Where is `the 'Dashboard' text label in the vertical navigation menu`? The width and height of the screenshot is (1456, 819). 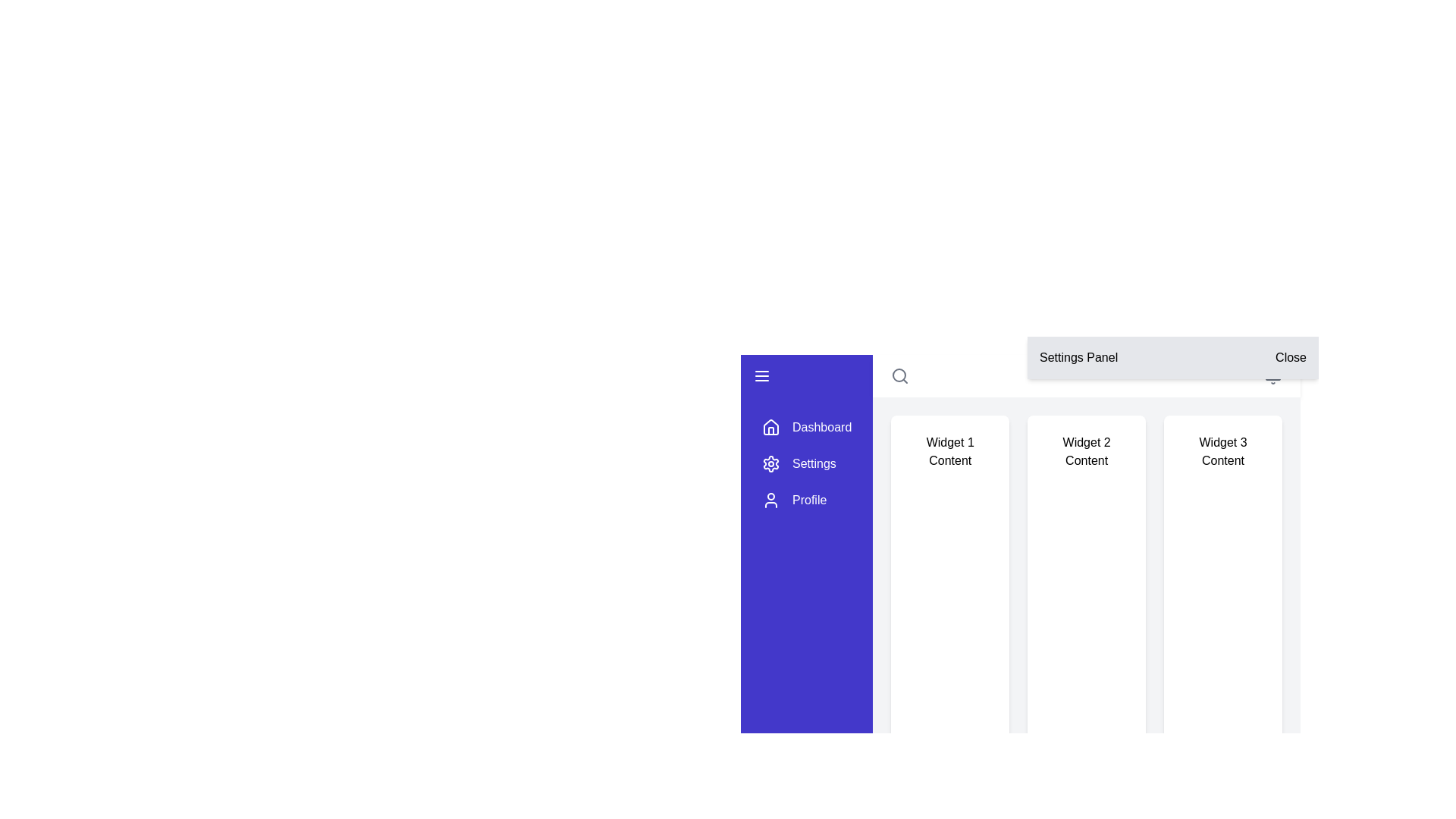
the 'Dashboard' text label in the vertical navigation menu is located at coordinates (821, 427).